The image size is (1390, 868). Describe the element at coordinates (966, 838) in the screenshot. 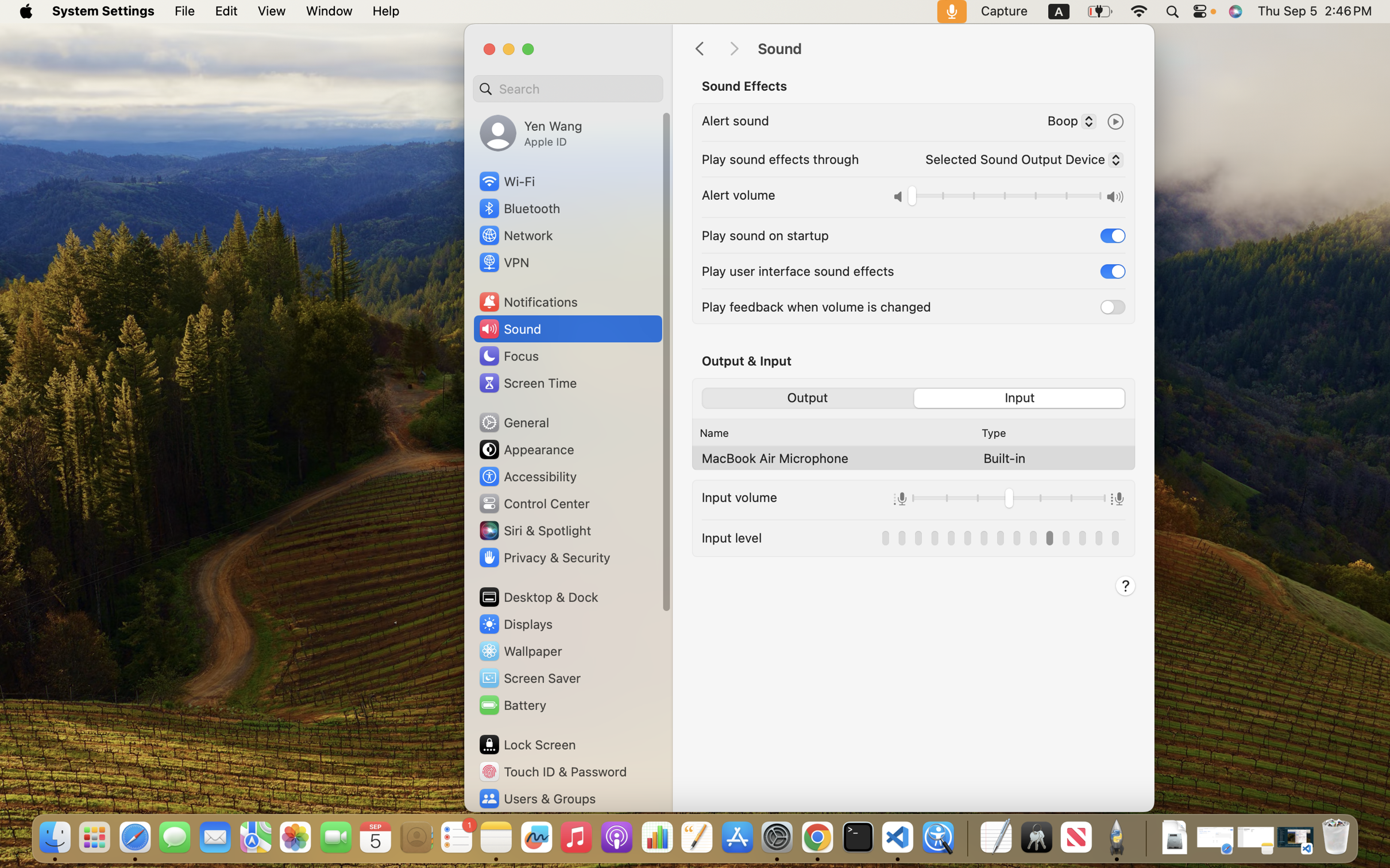

I see `'0.4285714328289032'` at that location.